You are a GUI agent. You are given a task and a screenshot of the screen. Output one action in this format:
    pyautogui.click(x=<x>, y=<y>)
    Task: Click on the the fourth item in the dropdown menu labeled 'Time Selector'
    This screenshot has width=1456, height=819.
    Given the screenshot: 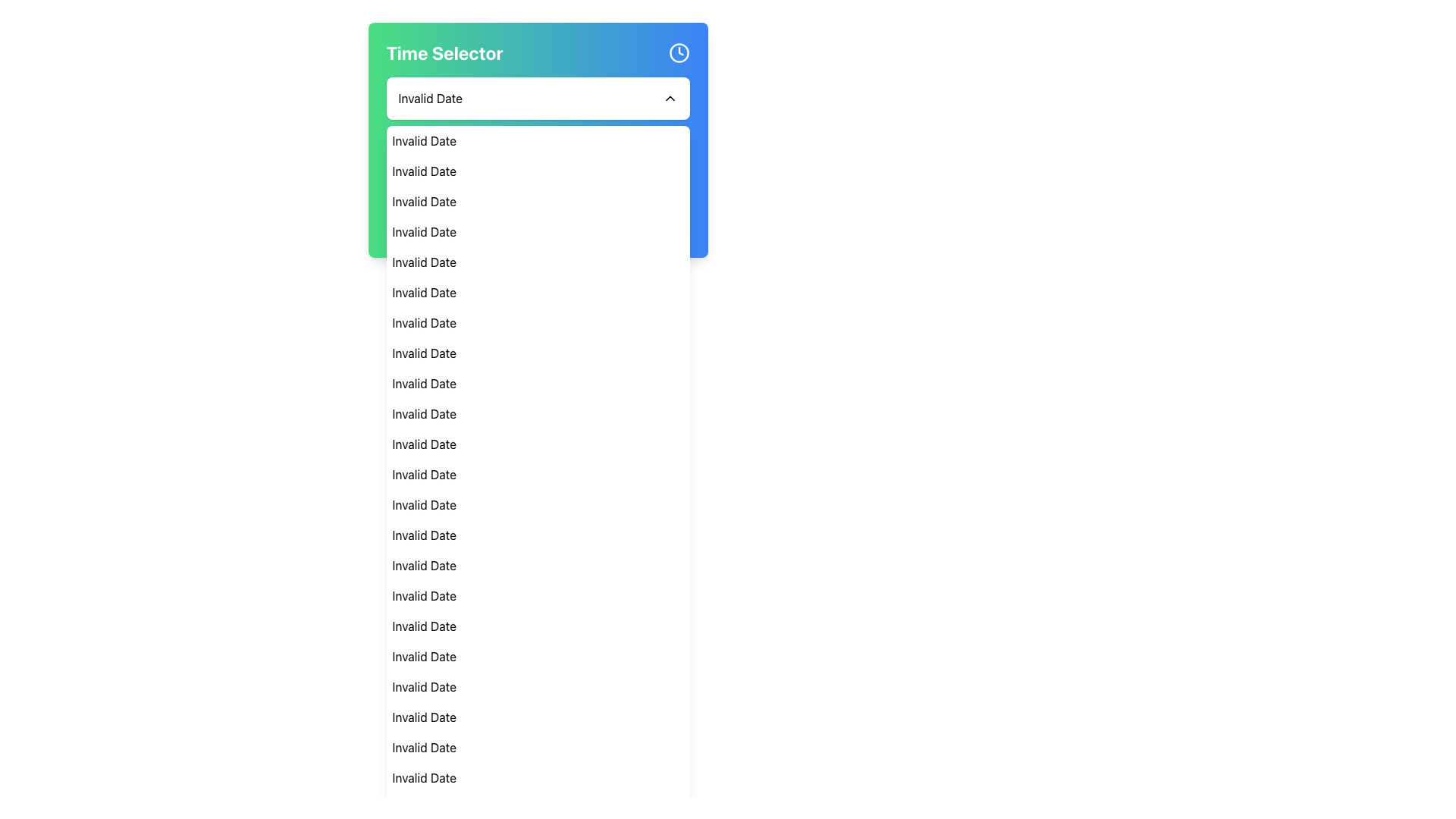 What is the action you would take?
    pyautogui.click(x=538, y=231)
    